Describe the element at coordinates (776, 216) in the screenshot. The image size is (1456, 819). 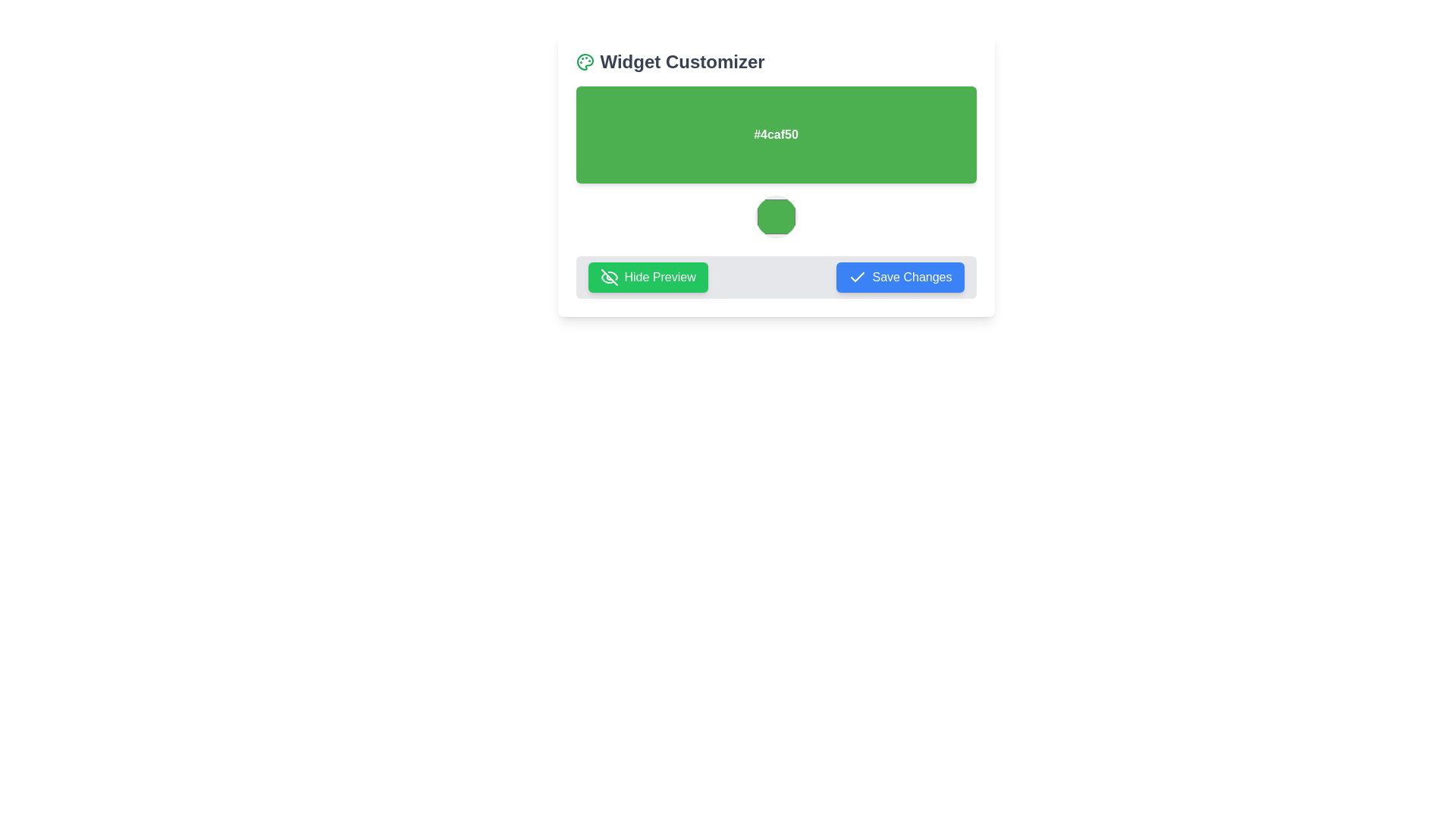
I see `the circular green button located centrally beneath the larger green box labeled '#4caf50'` at that location.